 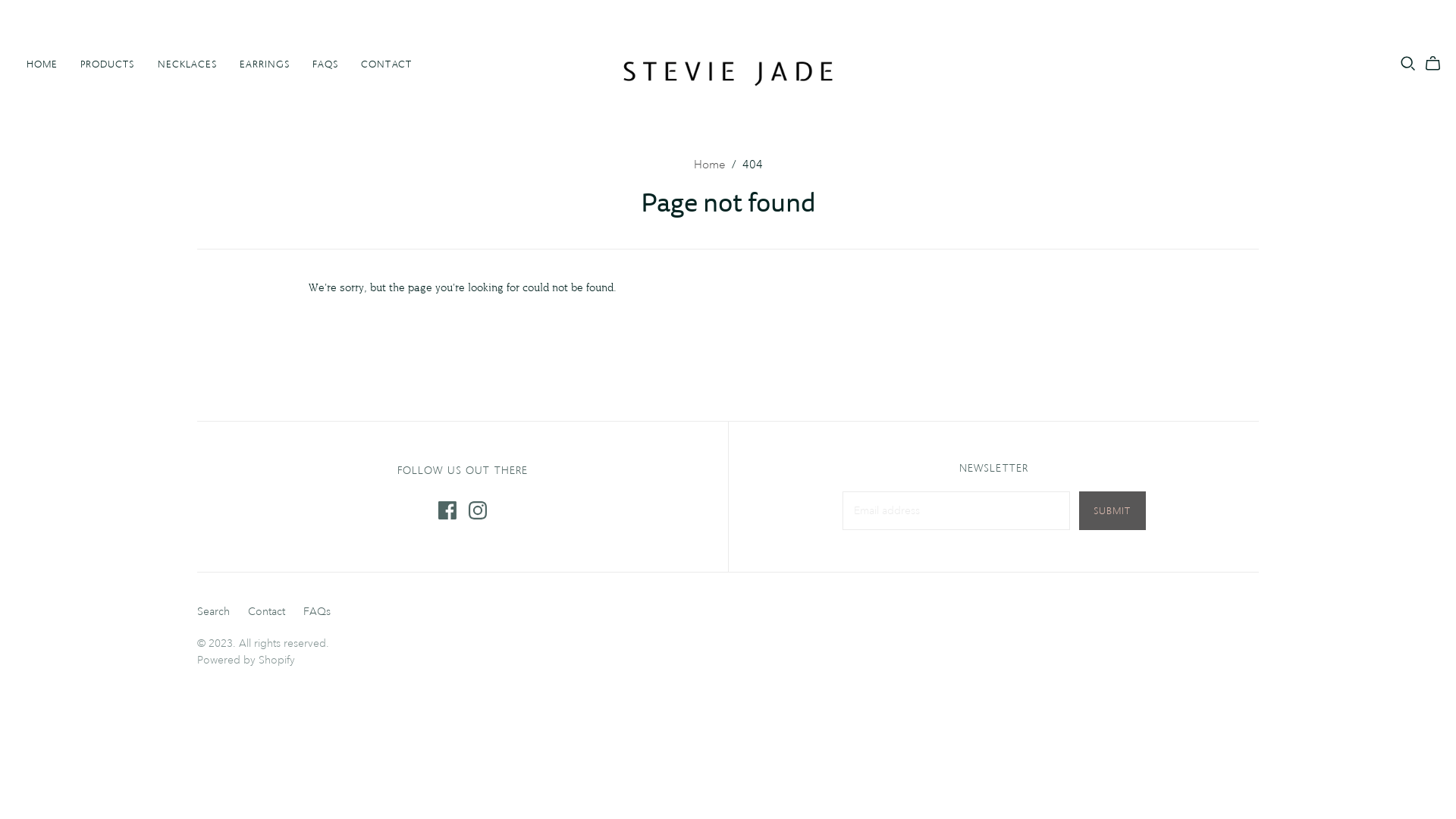 What do you see at coordinates (1112, 510) in the screenshot?
I see `'Submit'` at bounding box center [1112, 510].